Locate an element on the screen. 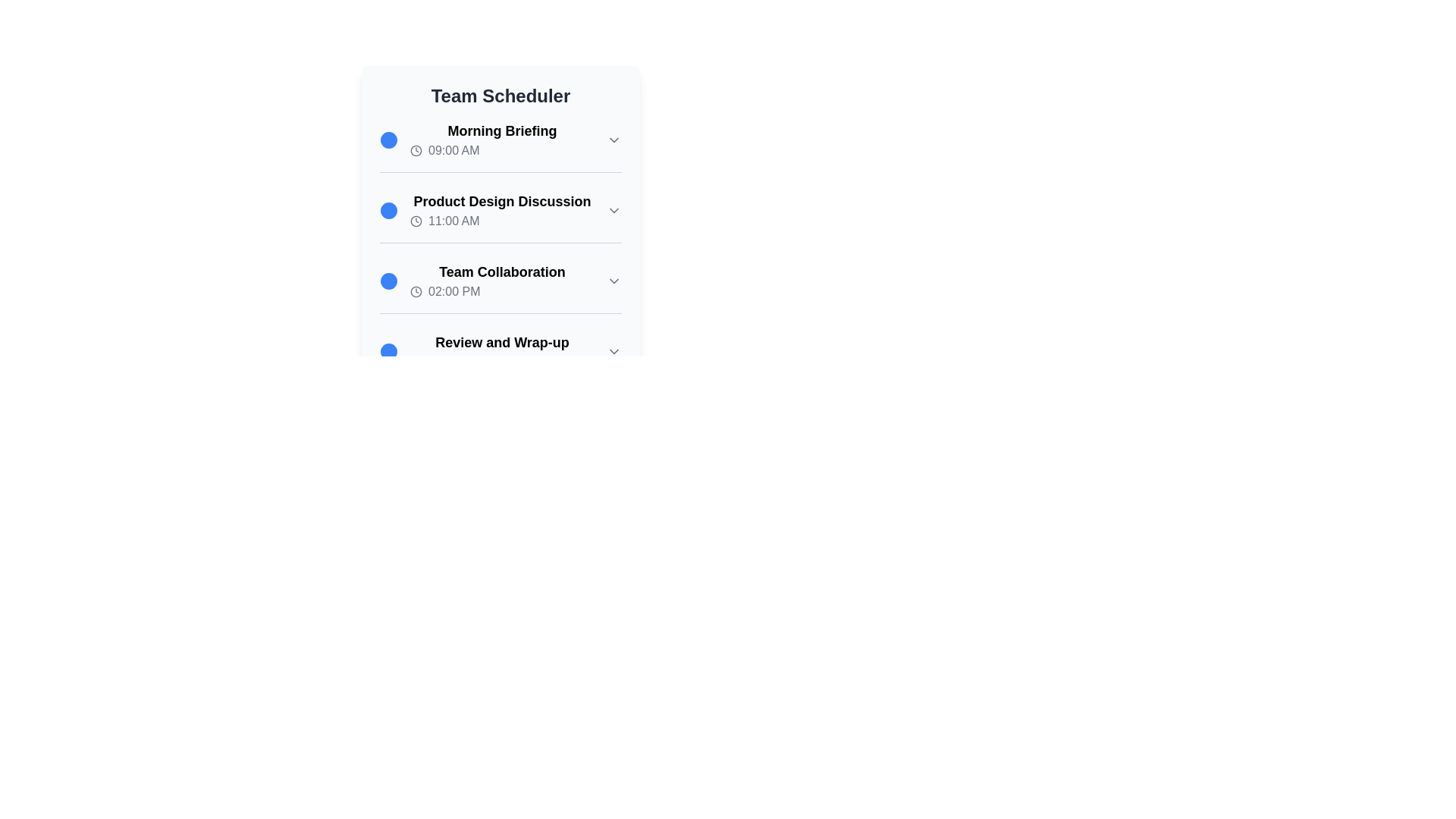 This screenshot has height=819, width=1456. informational list item titled 'Morning Briefing' with the time '09:00 AM' located in the first slot under the 'Team Scheduler' header is located at coordinates (502, 140).